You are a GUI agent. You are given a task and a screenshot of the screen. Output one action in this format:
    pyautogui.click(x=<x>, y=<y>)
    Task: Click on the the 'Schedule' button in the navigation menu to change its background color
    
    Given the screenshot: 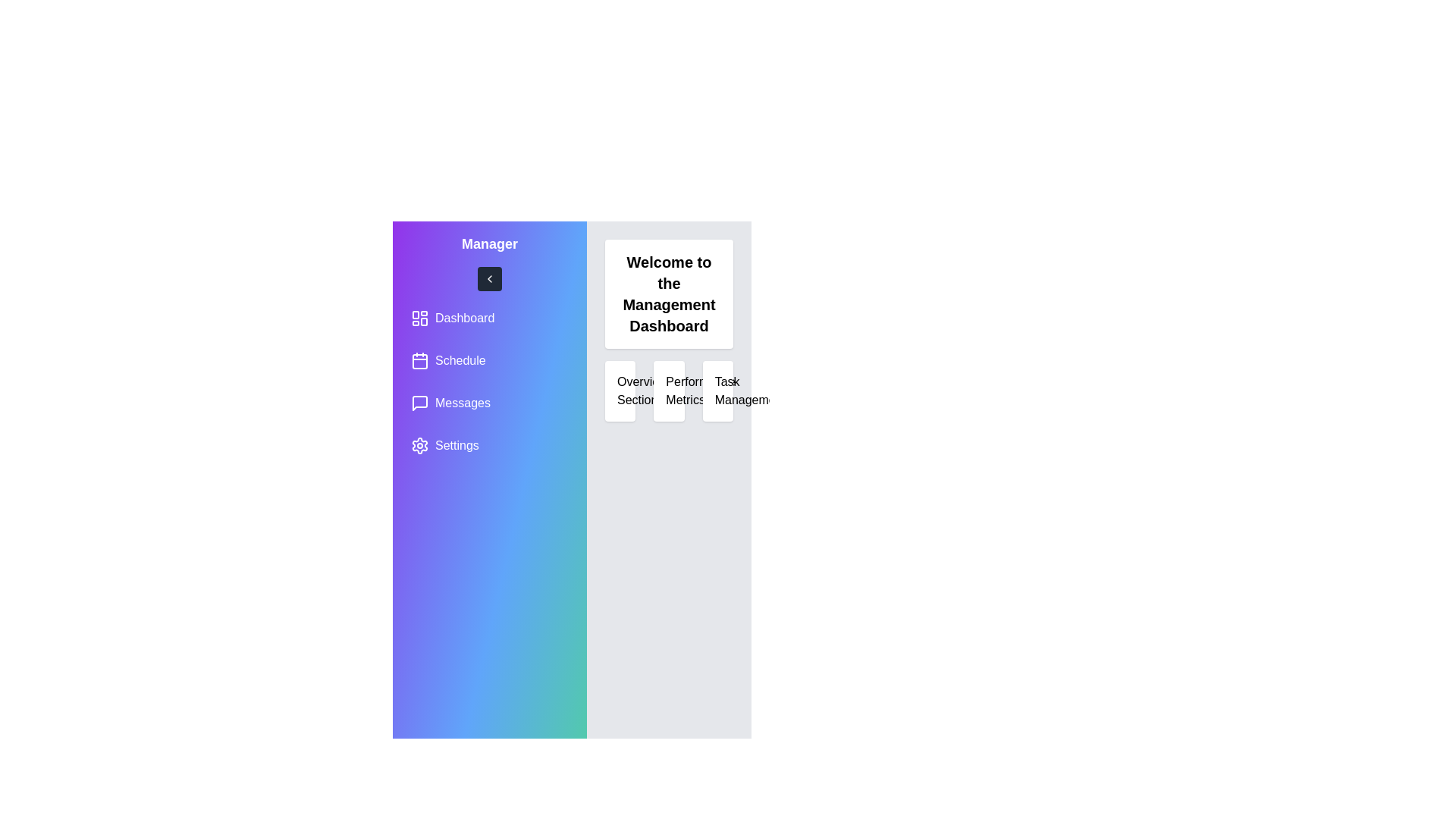 What is the action you would take?
    pyautogui.click(x=490, y=360)
    